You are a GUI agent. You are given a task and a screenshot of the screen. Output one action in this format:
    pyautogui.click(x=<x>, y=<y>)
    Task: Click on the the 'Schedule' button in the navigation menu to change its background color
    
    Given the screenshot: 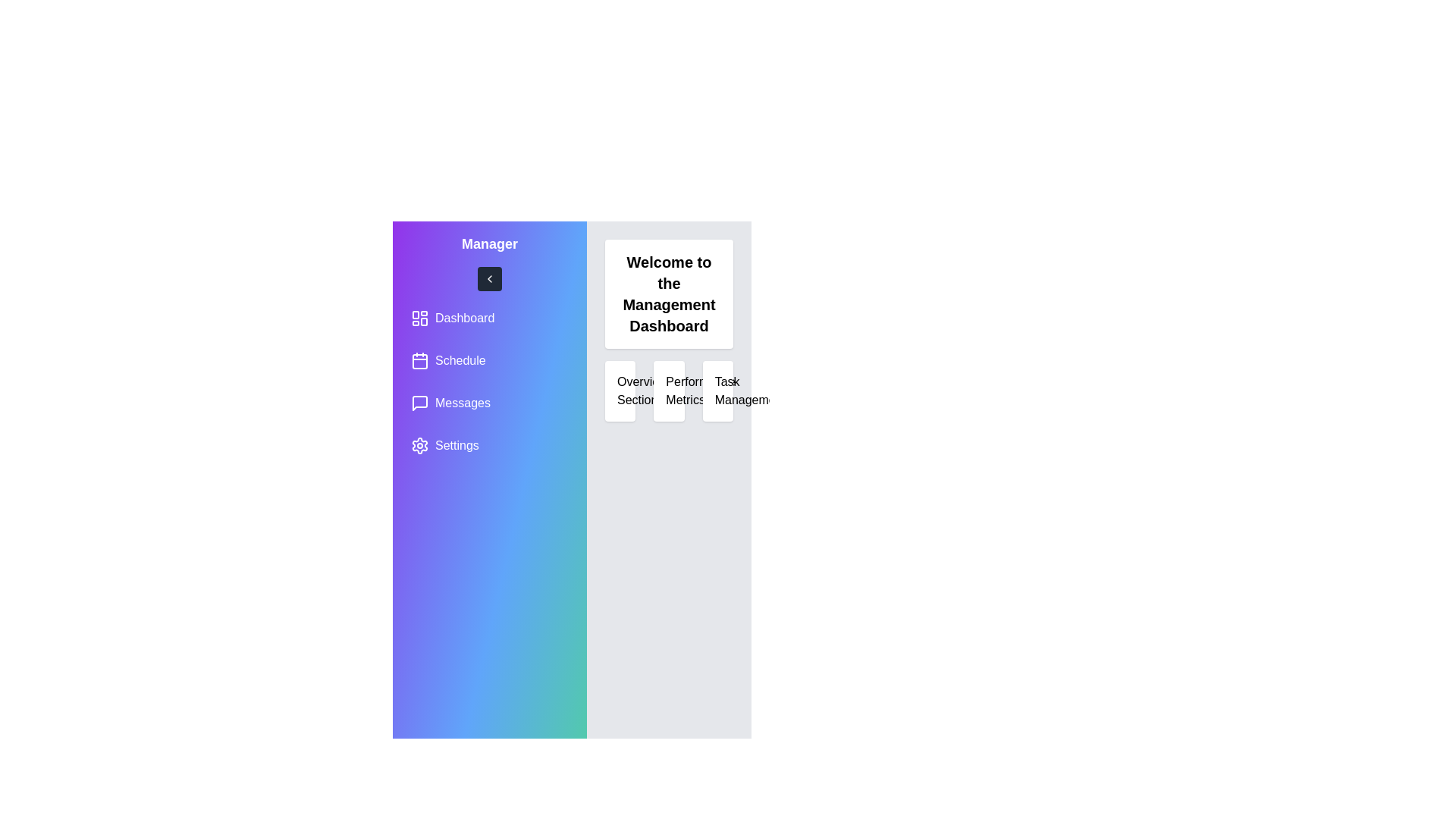 What is the action you would take?
    pyautogui.click(x=490, y=360)
    